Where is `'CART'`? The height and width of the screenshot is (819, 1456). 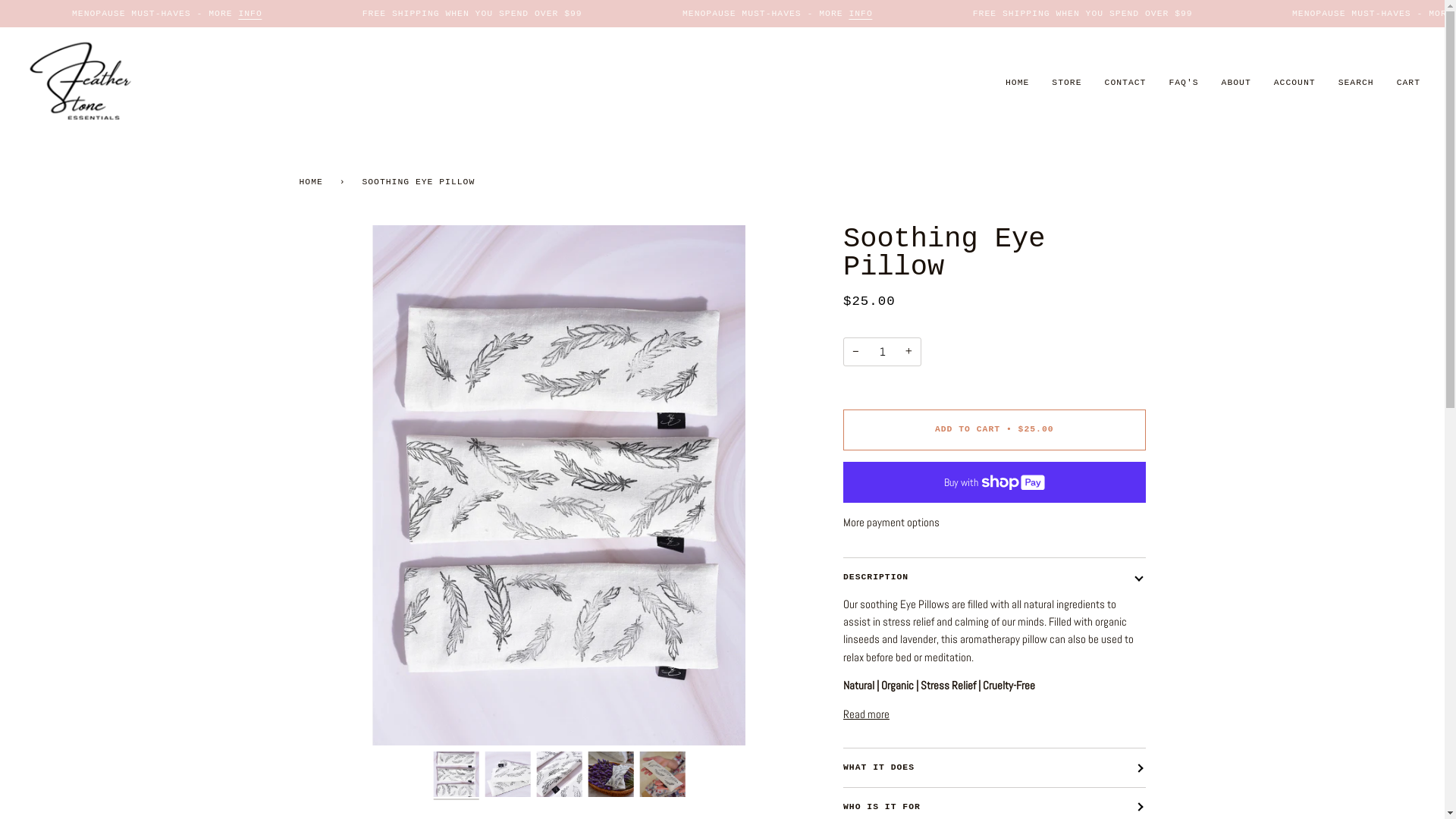 'CART' is located at coordinates (1407, 82).